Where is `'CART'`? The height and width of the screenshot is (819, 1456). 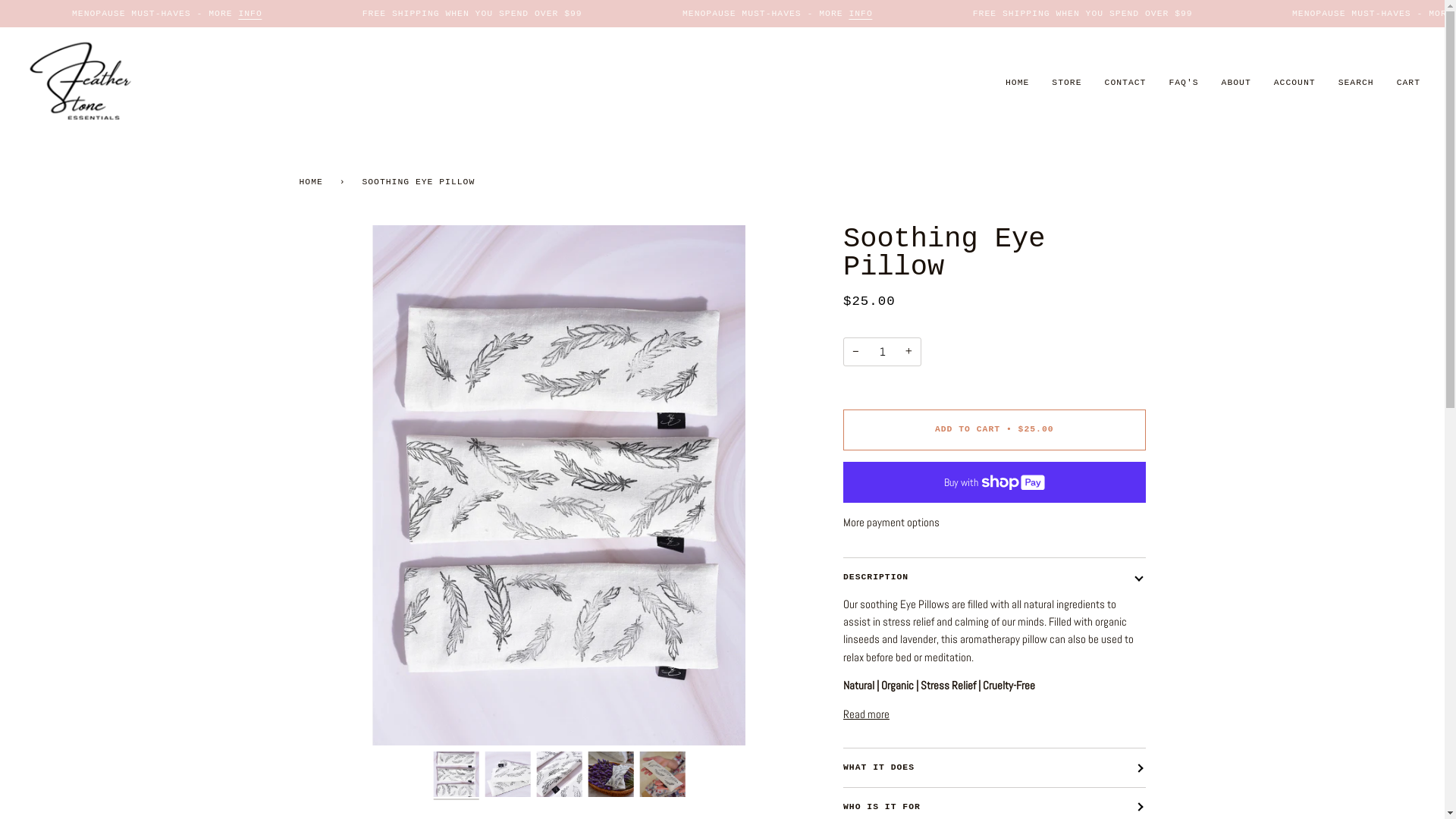 'CART' is located at coordinates (1407, 82).